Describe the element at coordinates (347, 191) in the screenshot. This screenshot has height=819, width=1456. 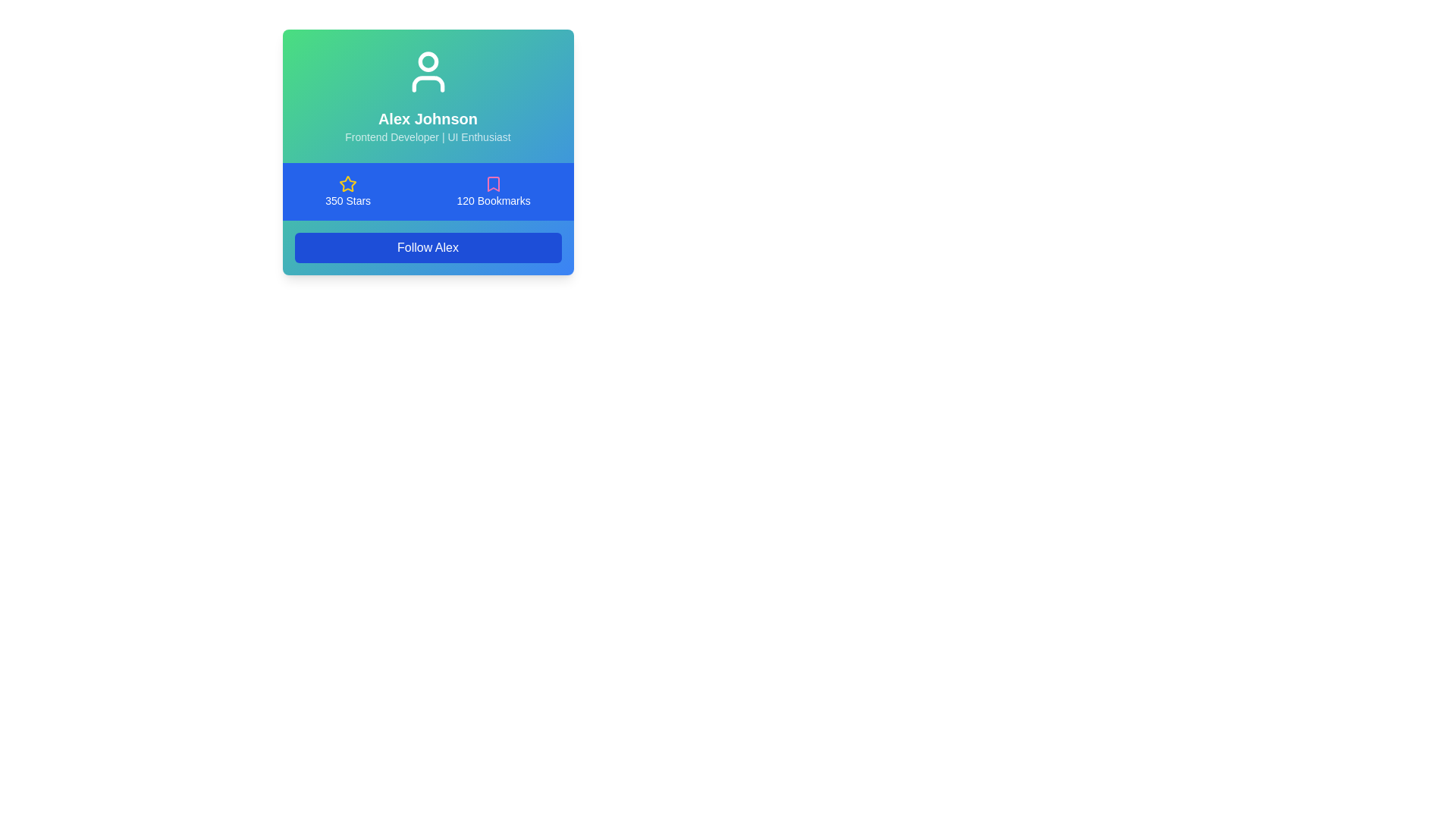
I see `the Label with a yellow star icon displaying '350 Stars' on a blue background by moving the cursor to its center` at that location.